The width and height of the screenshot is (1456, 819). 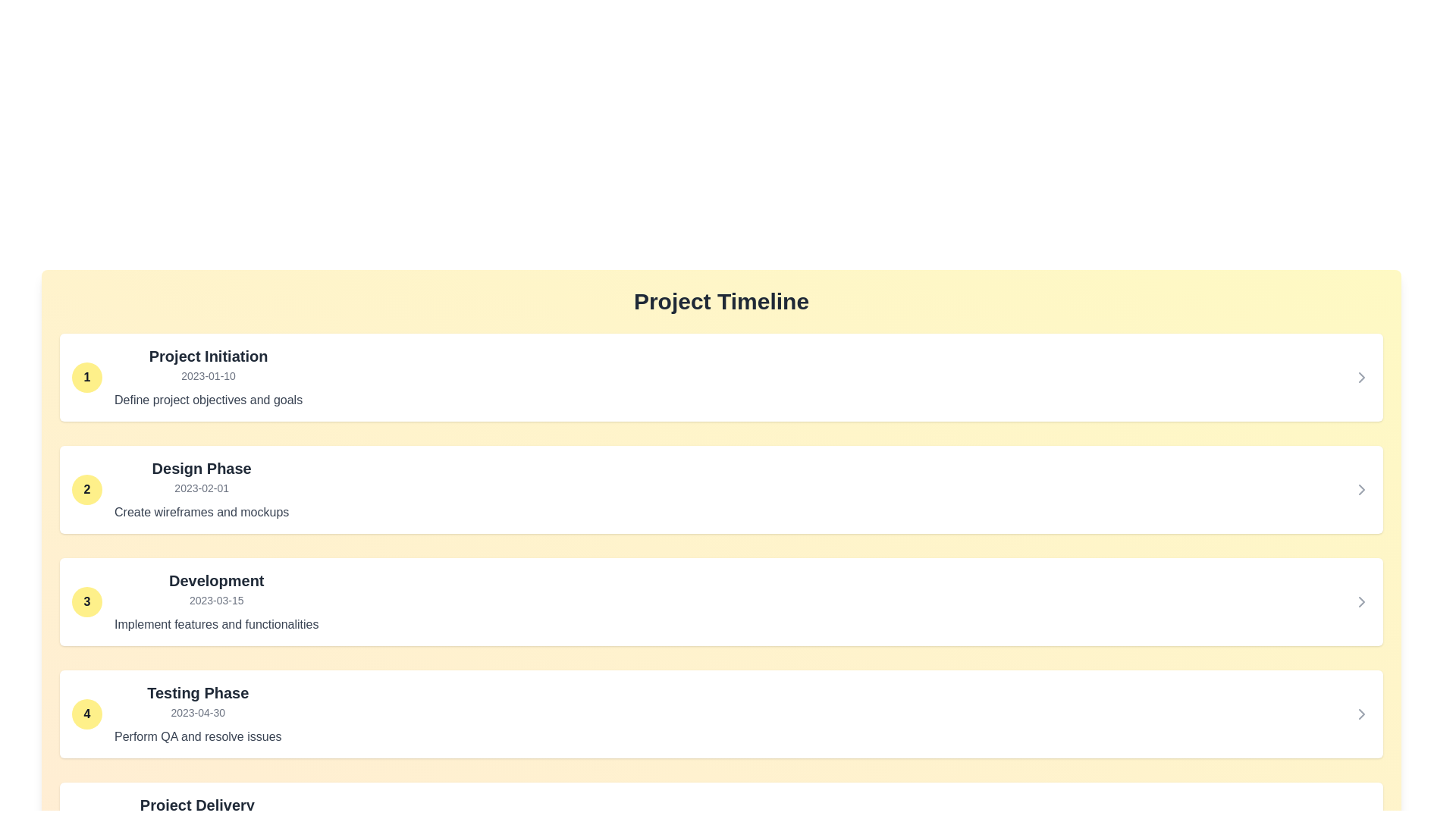 What do you see at coordinates (208, 400) in the screenshot?
I see `text content 'Define project objectives and goals' from the text component styled in gray font and normal-weight sans-serif typeface, located below the subheading 'Project Initiation' and the date '2023-01-10'` at bounding box center [208, 400].